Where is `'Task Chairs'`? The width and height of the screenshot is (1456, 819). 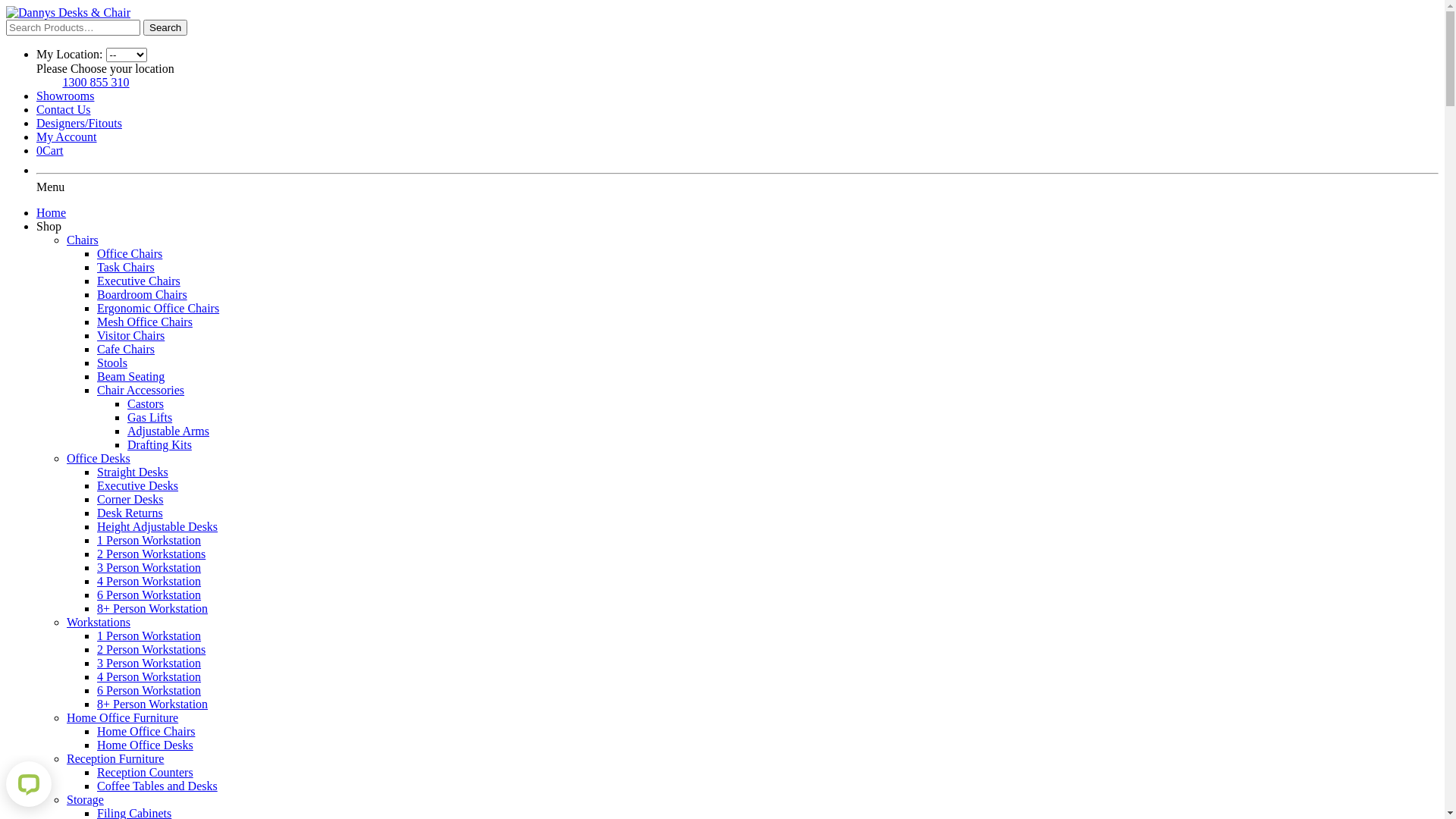
'Task Chairs' is located at coordinates (126, 266).